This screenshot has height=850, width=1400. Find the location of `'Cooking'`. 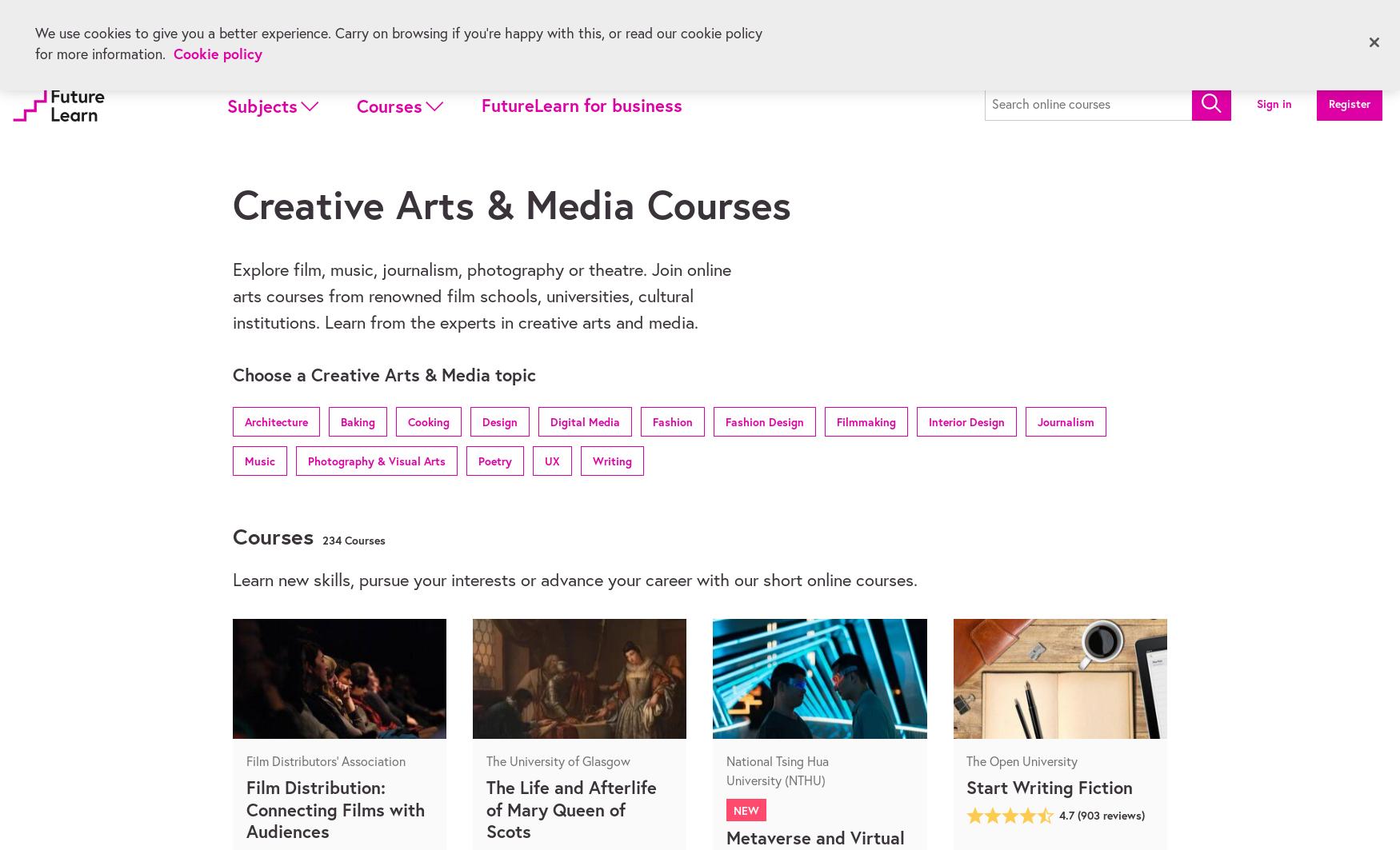

'Cooking' is located at coordinates (428, 421).